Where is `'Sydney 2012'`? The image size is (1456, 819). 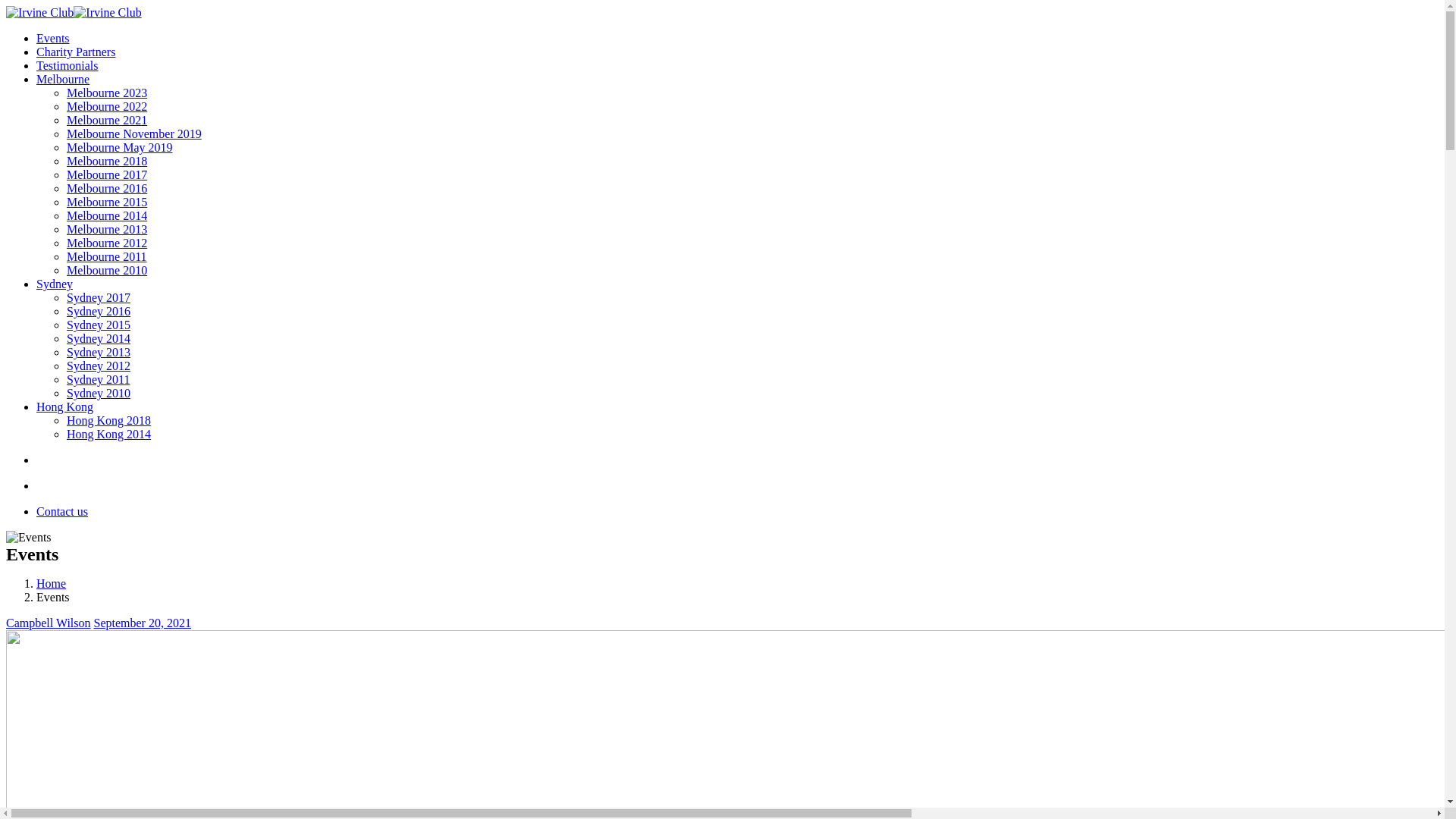
'Sydney 2012' is located at coordinates (97, 366).